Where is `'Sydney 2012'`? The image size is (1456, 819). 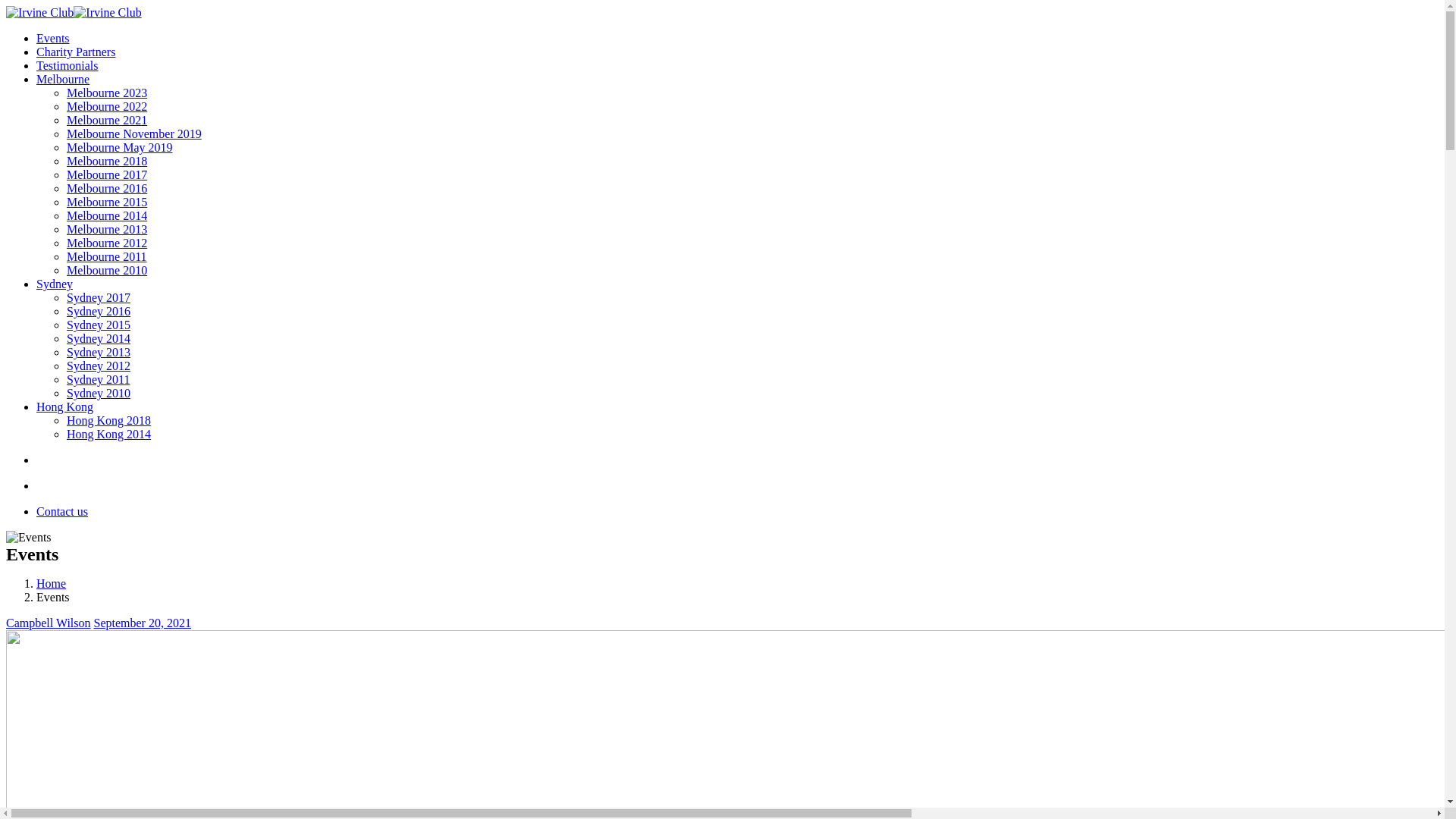
'Sydney 2012' is located at coordinates (97, 366).